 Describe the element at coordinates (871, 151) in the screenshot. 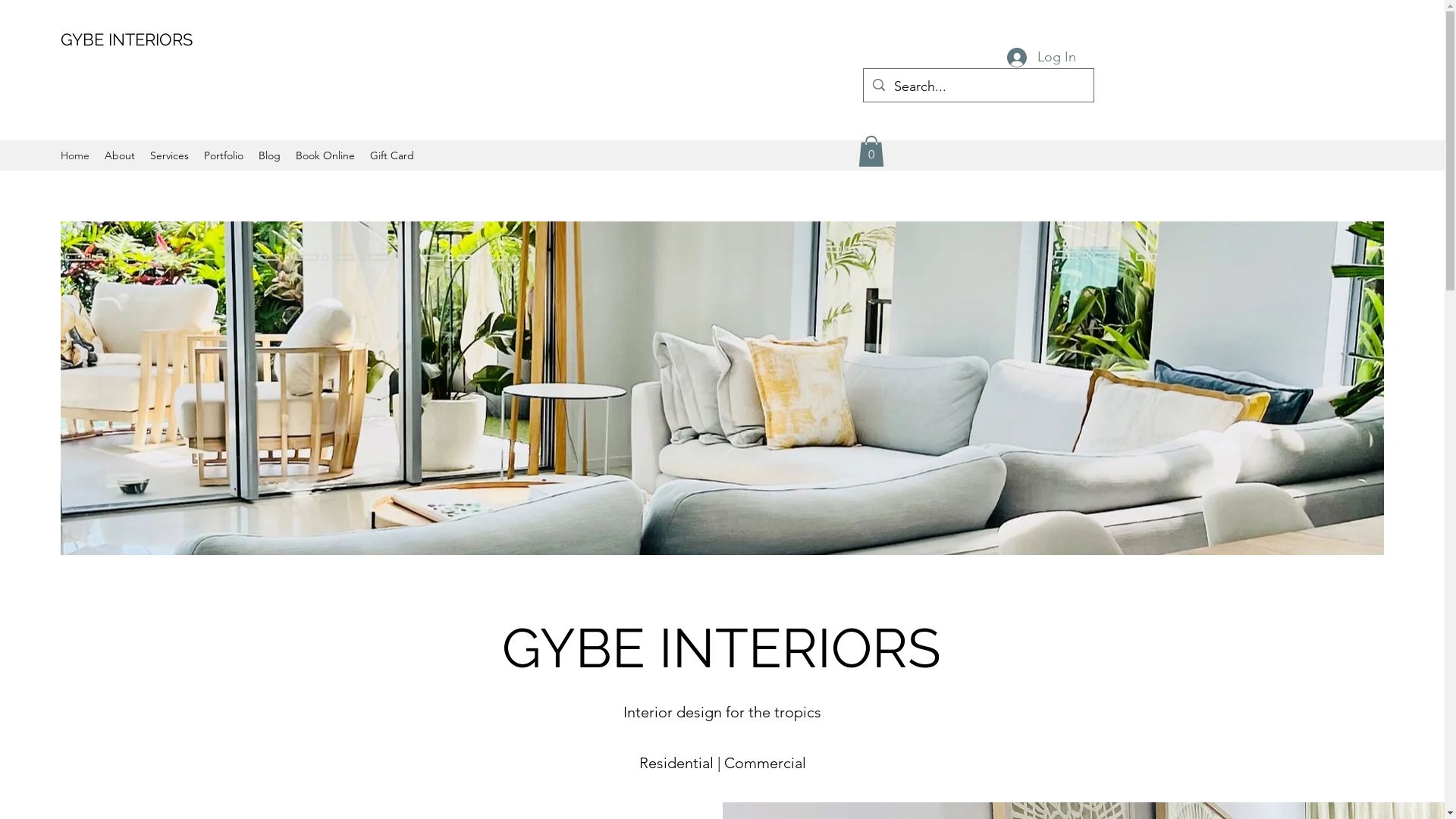

I see `'0'` at that location.